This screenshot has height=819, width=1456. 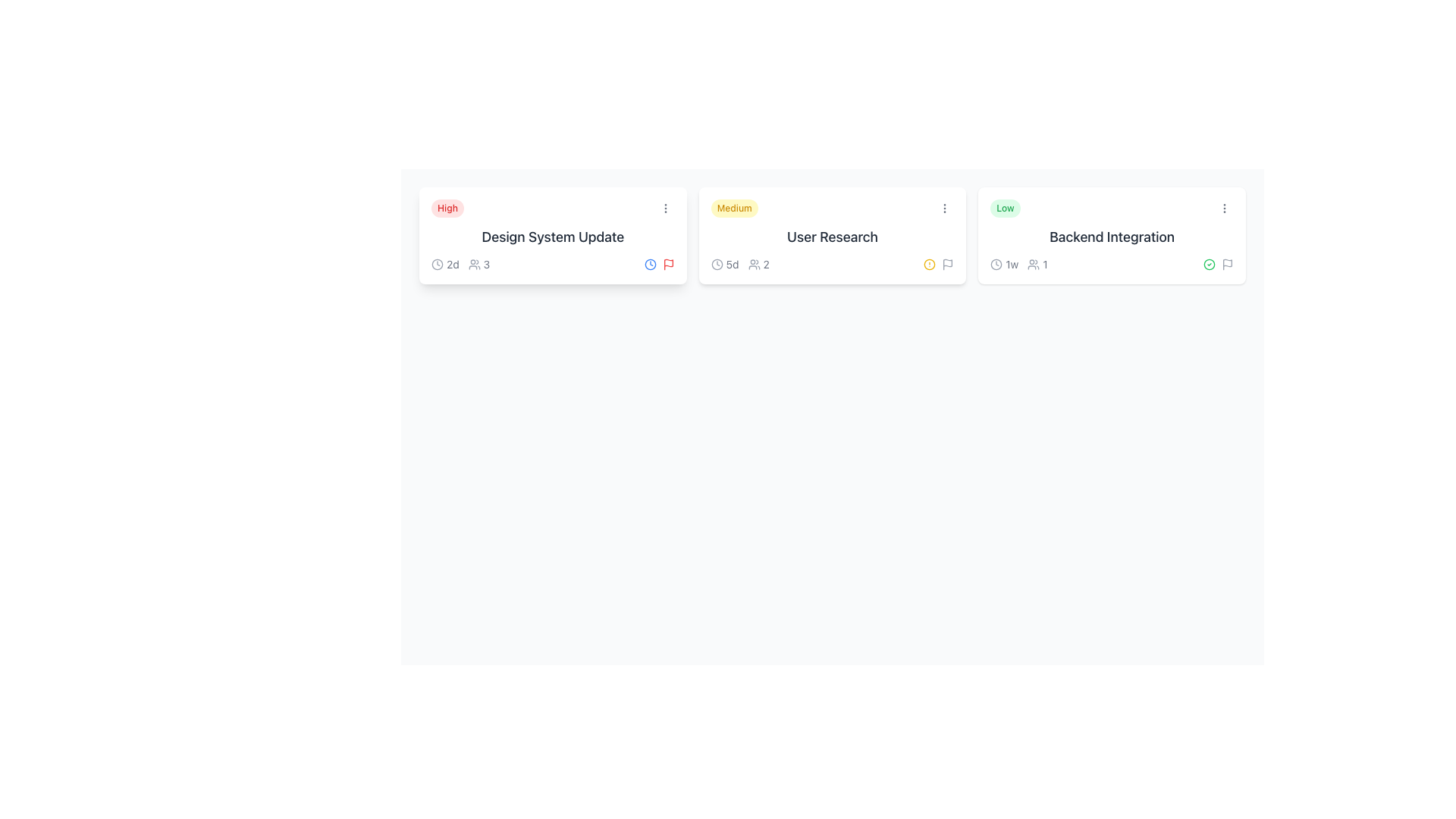 I want to click on the time-related attribute icon in the 'User Research' card, located to the left of the '5d' text, so click(x=716, y=263).